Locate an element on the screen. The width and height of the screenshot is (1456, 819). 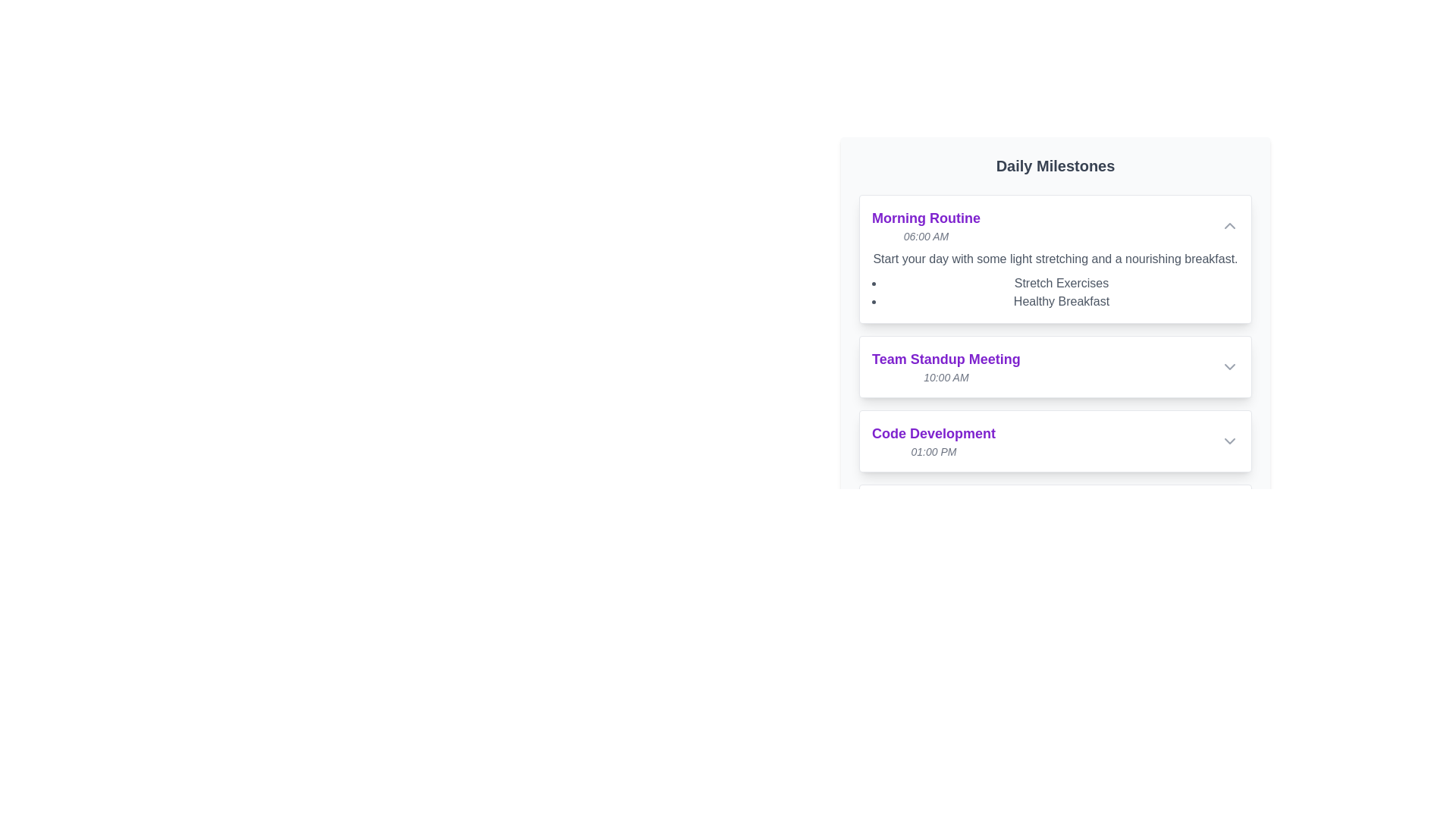
the list item containing 'Stretch Exercises' and 'Healthy Breakfast' in the 'Morning Routine' section, which is located under the description 'Start your day with some light stretching and a nourishing breakfast.' is located at coordinates (1055, 292).